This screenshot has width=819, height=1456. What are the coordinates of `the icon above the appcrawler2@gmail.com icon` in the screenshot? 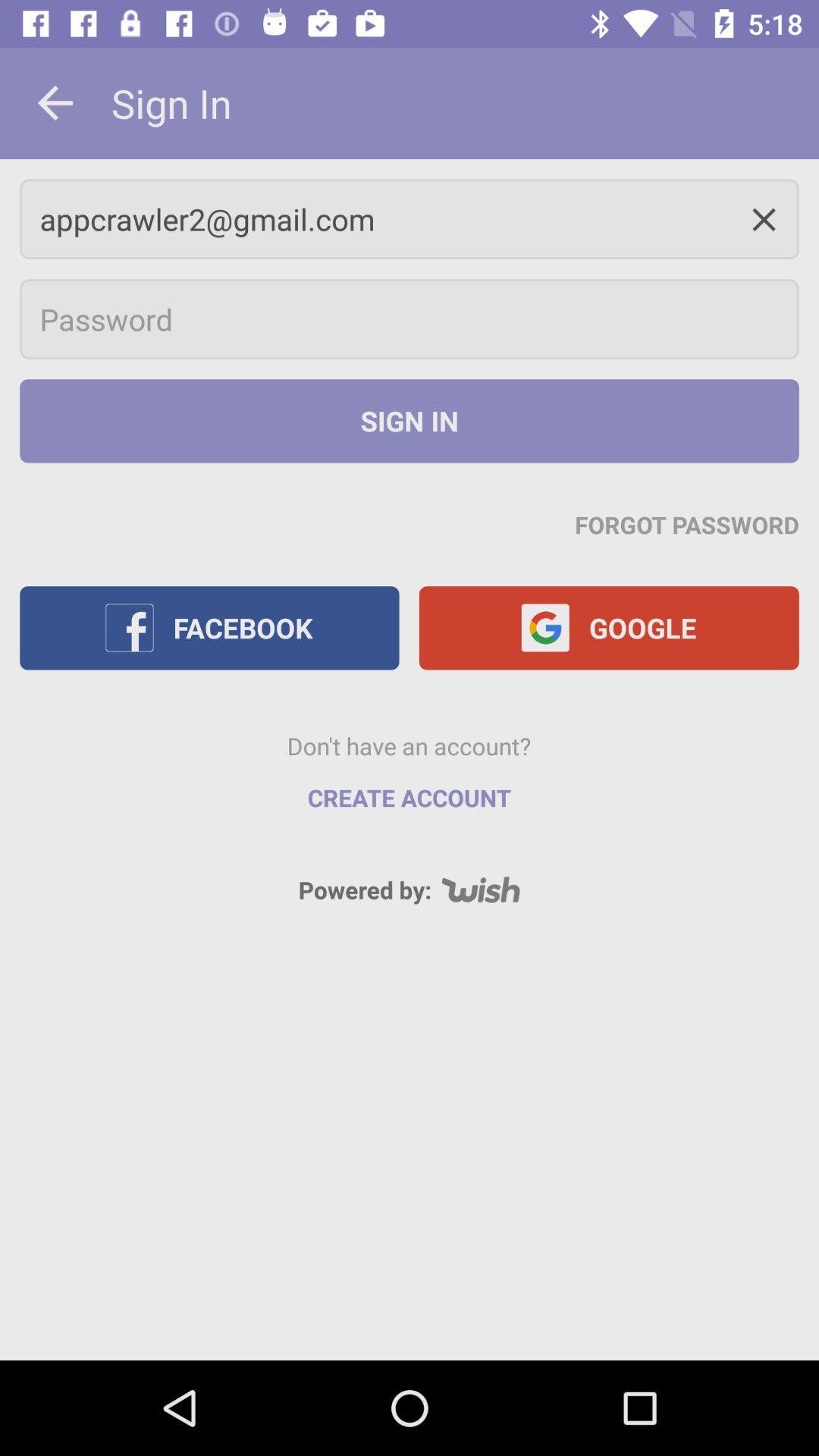 It's located at (55, 102).